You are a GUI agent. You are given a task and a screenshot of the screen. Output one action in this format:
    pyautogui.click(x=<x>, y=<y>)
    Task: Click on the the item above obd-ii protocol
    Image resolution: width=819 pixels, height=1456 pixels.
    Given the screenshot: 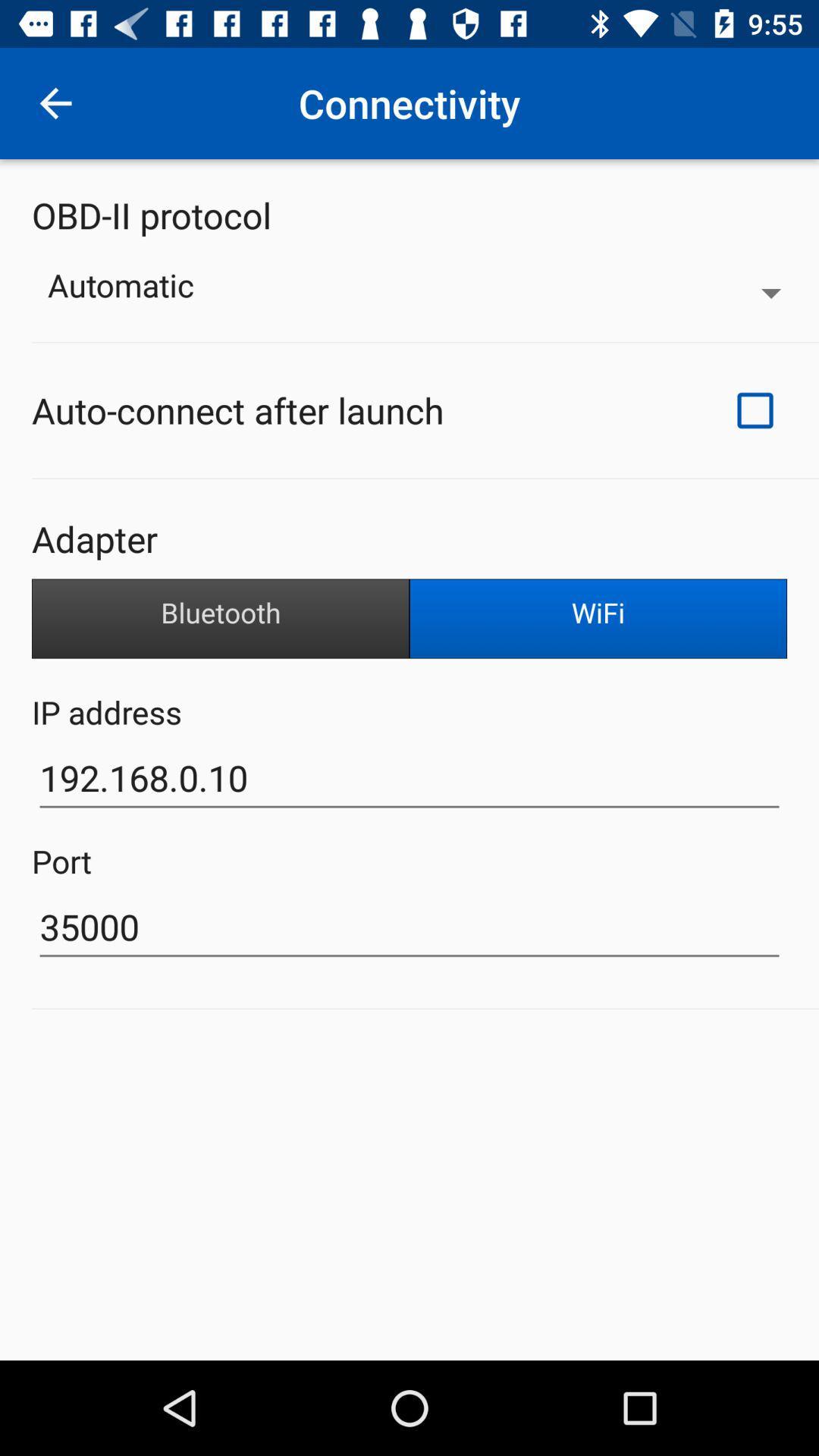 What is the action you would take?
    pyautogui.click(x=55, y=102)
    